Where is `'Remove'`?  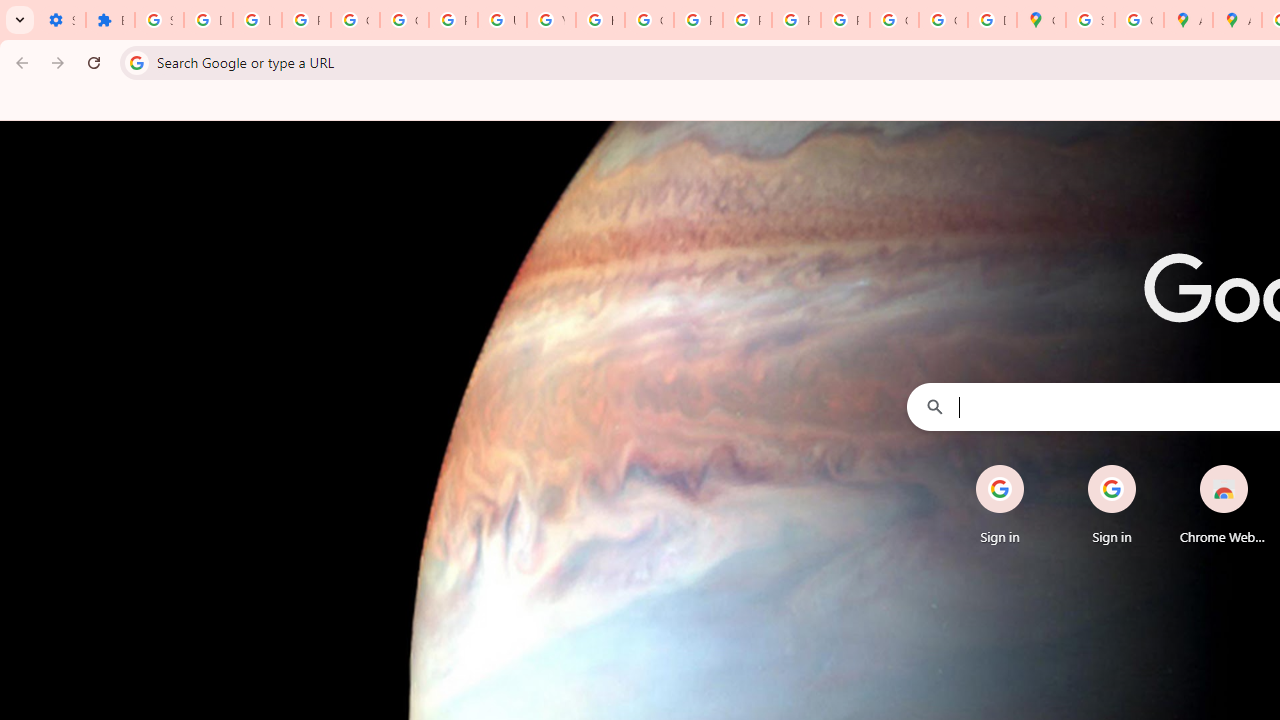 'Remove' is located at coordinates (1263, 466).